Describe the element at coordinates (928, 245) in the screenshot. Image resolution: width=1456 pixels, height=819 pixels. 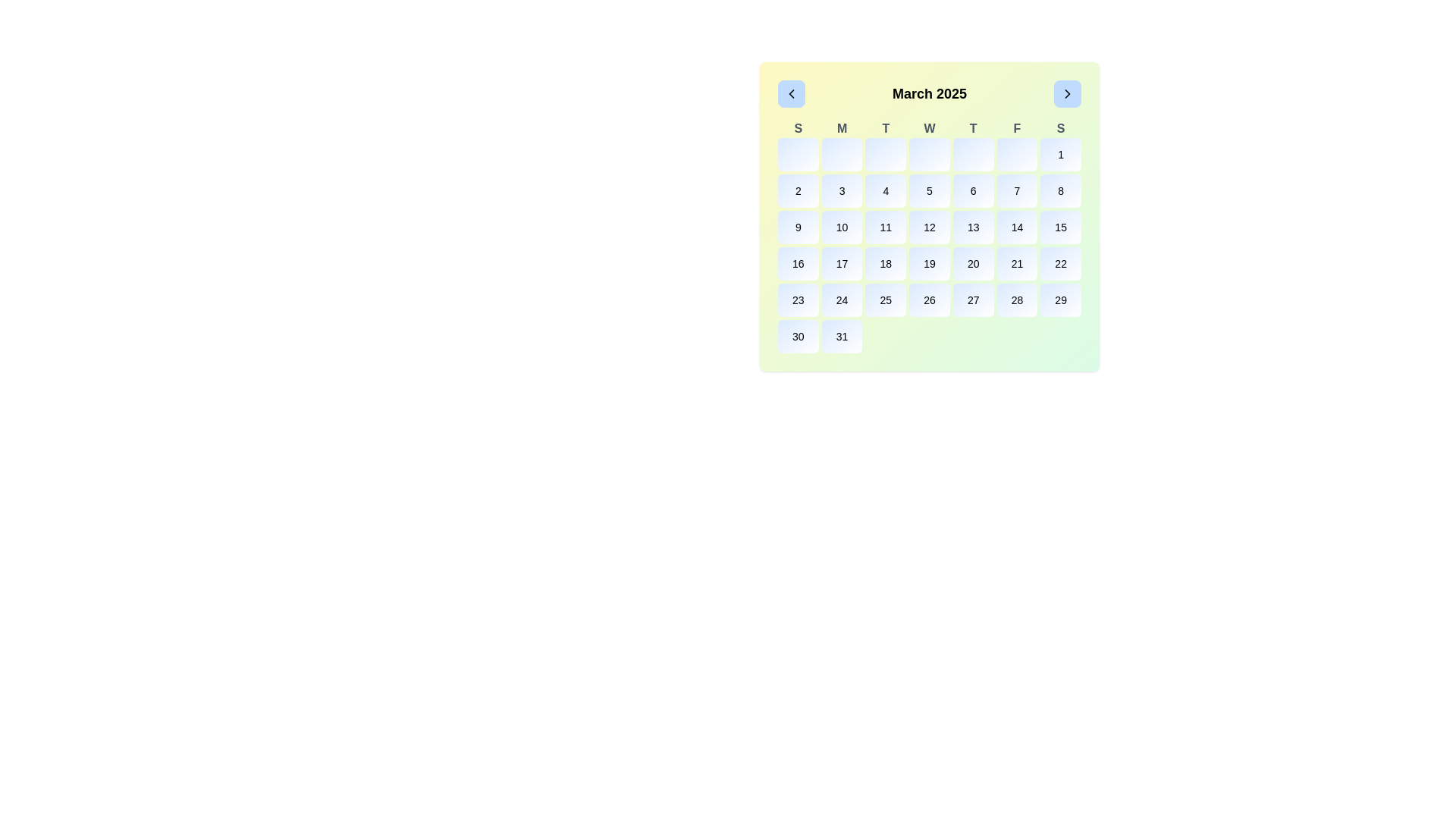
I see `the center of the Interactive grid of buttons in the March 2025 calendar` at that location.